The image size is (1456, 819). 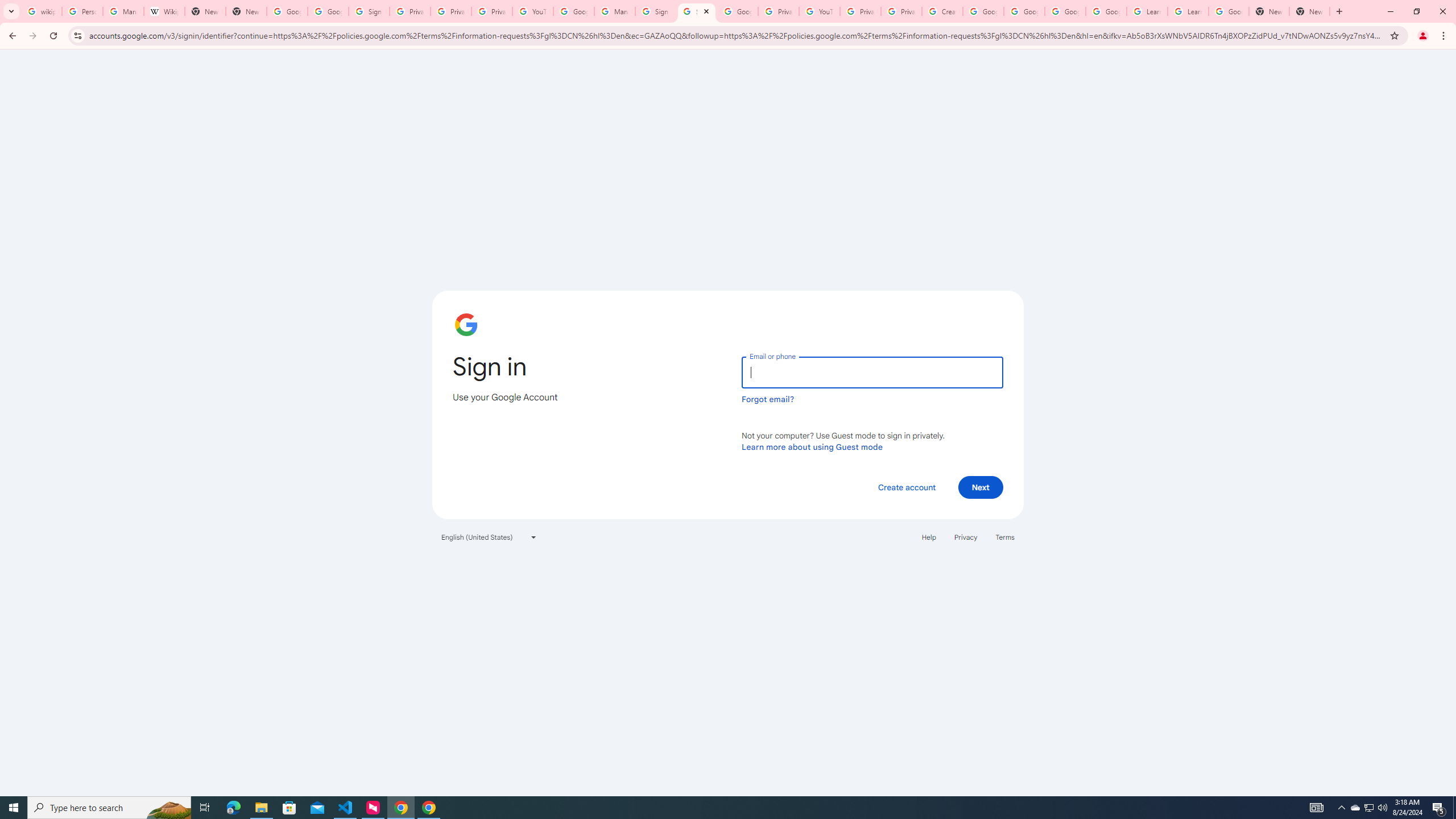 I want to click on 'English (United States)', so click(x=489, y=536).